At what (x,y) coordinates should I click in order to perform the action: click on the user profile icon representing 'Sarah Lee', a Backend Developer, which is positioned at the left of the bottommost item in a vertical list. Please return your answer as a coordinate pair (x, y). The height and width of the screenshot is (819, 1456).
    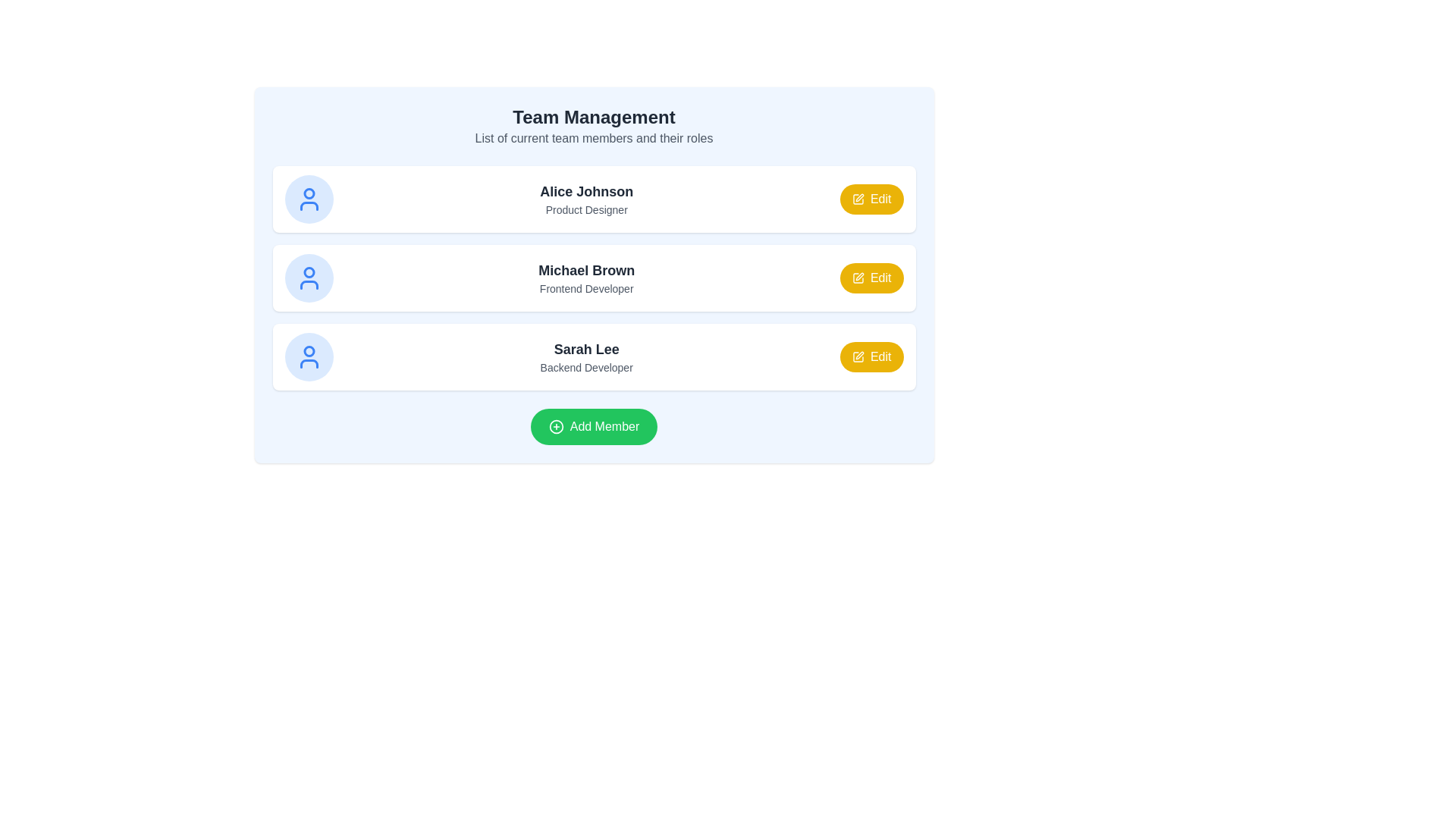
    Looking at the image, I should click on (308, 356).